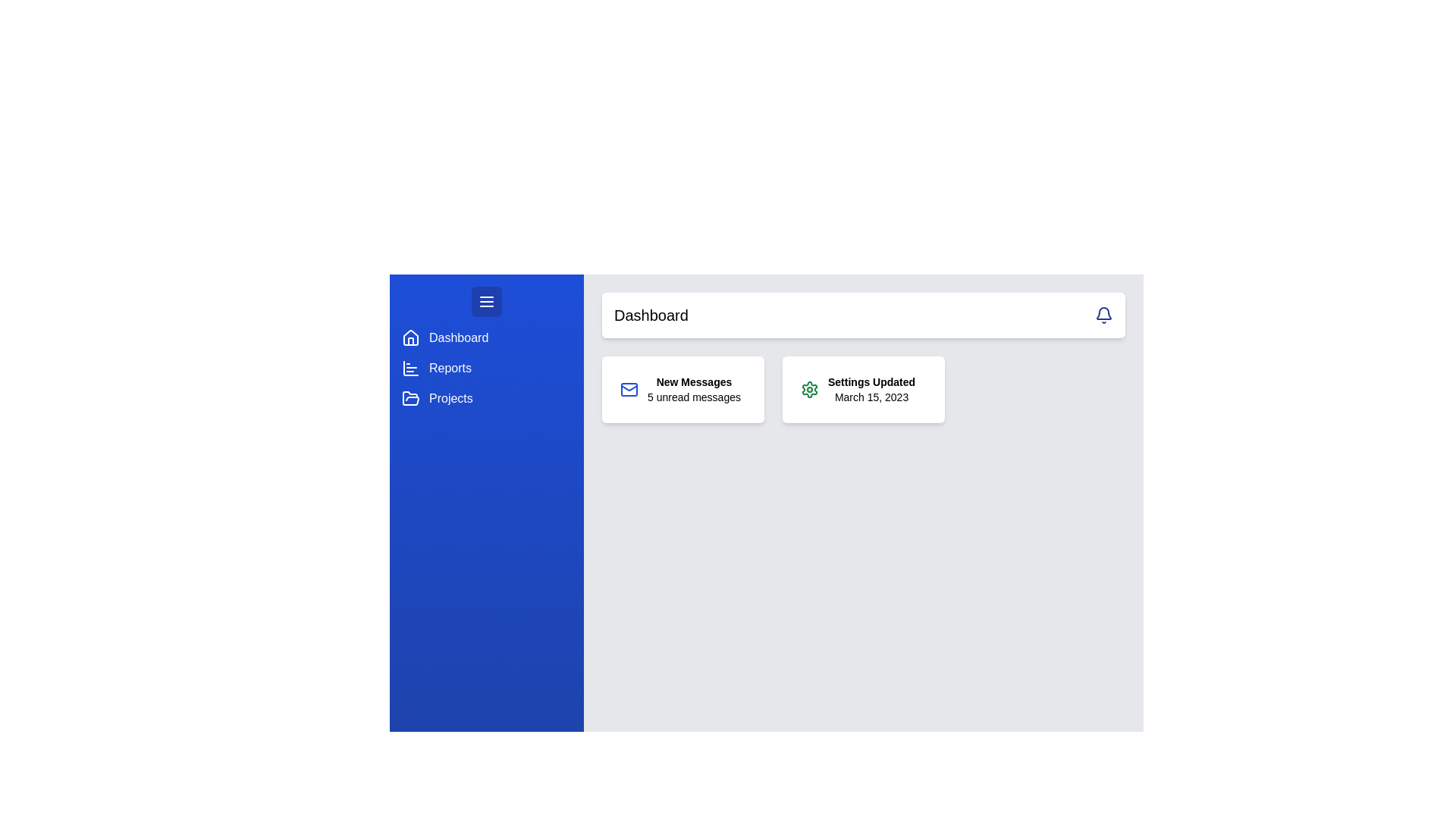  I want to click on the stylized folder icon in the side navigation menu, so click(411, 397).